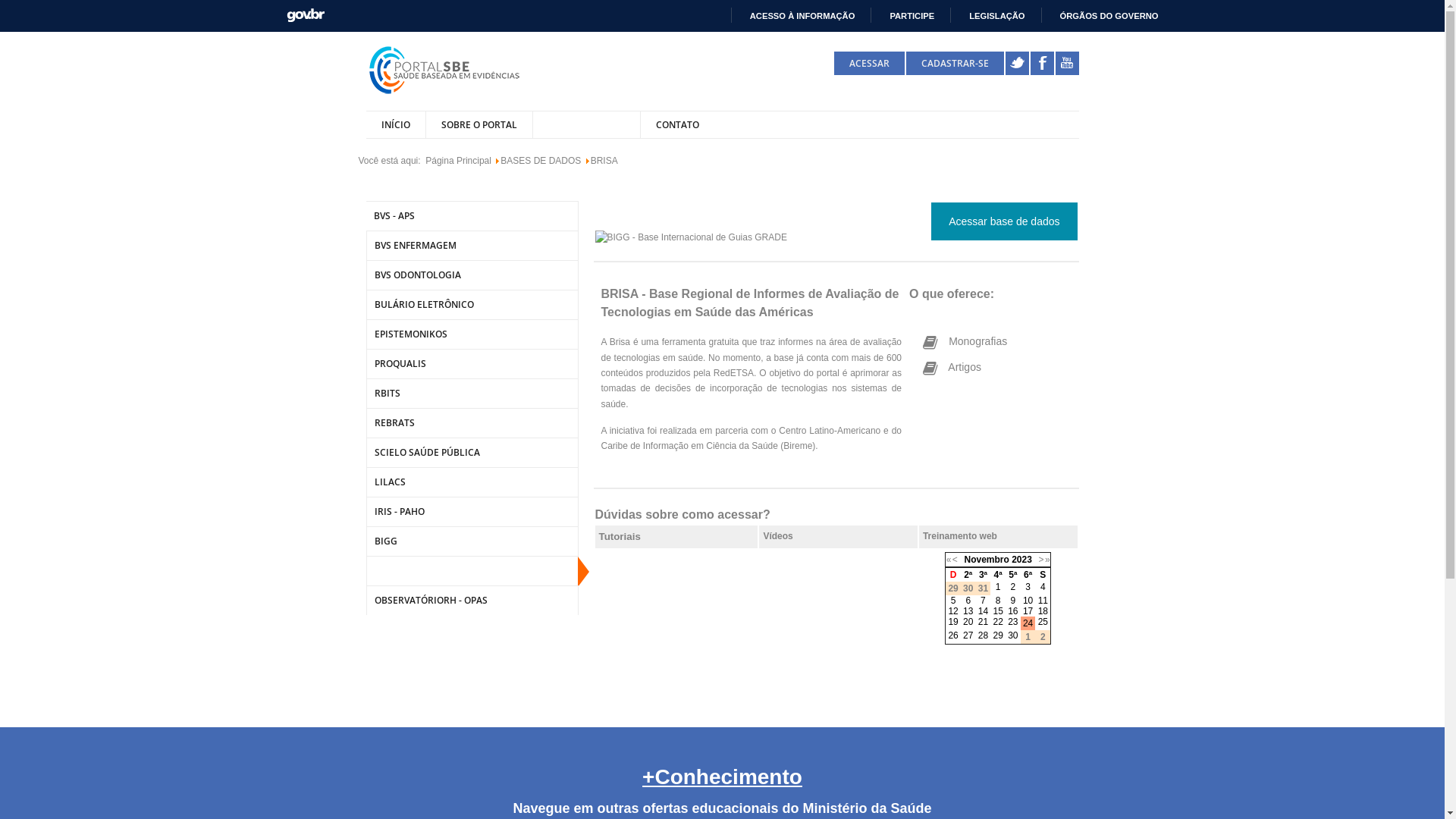  I want to click on '24', so click(1028, 623).